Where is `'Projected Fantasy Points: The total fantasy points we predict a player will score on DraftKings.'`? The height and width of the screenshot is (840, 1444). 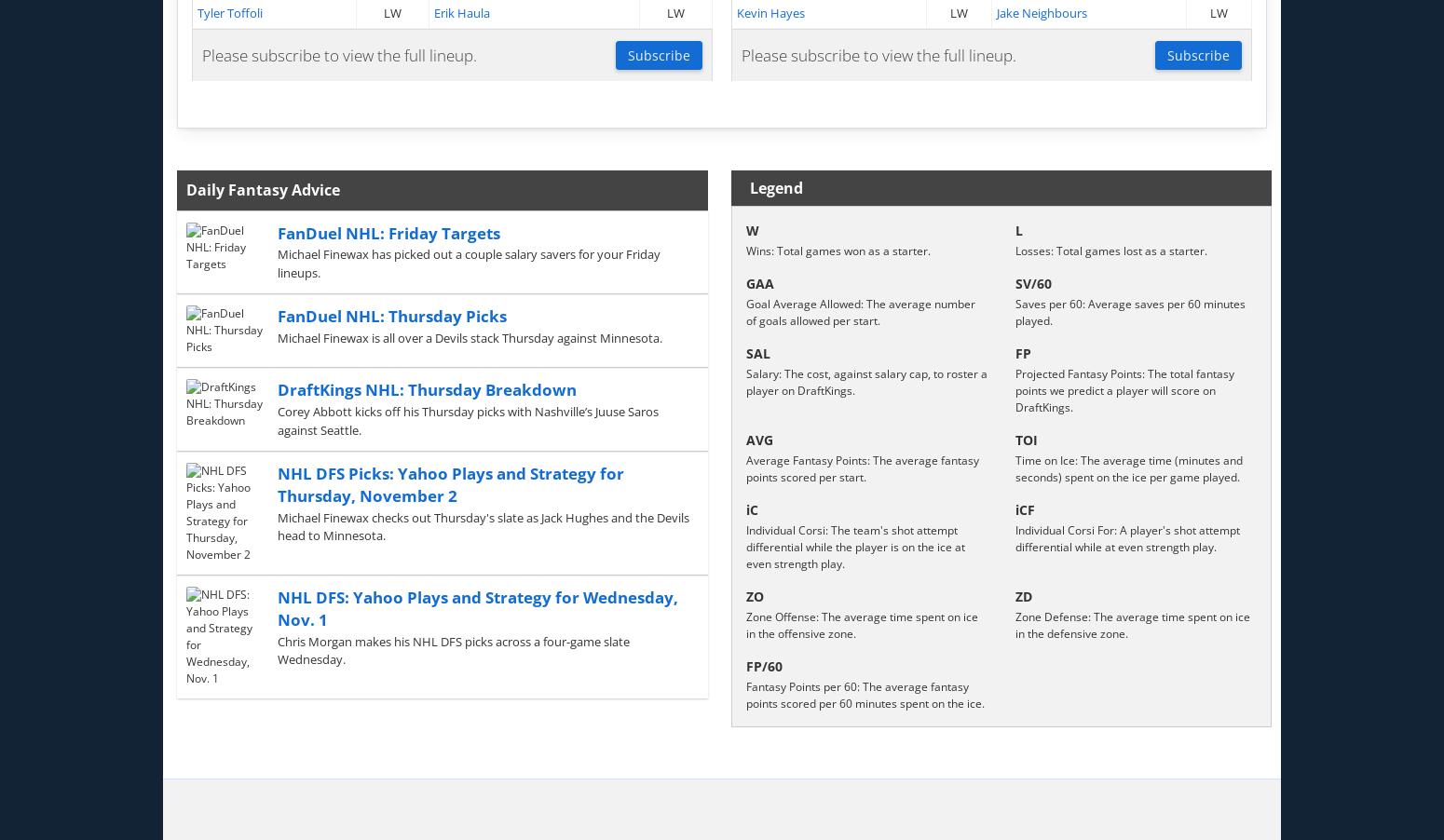 'Projected Fantasy Points: The total fantasy points we predict a player will score on DraftKings.' is located at coordinates (1124, 390).